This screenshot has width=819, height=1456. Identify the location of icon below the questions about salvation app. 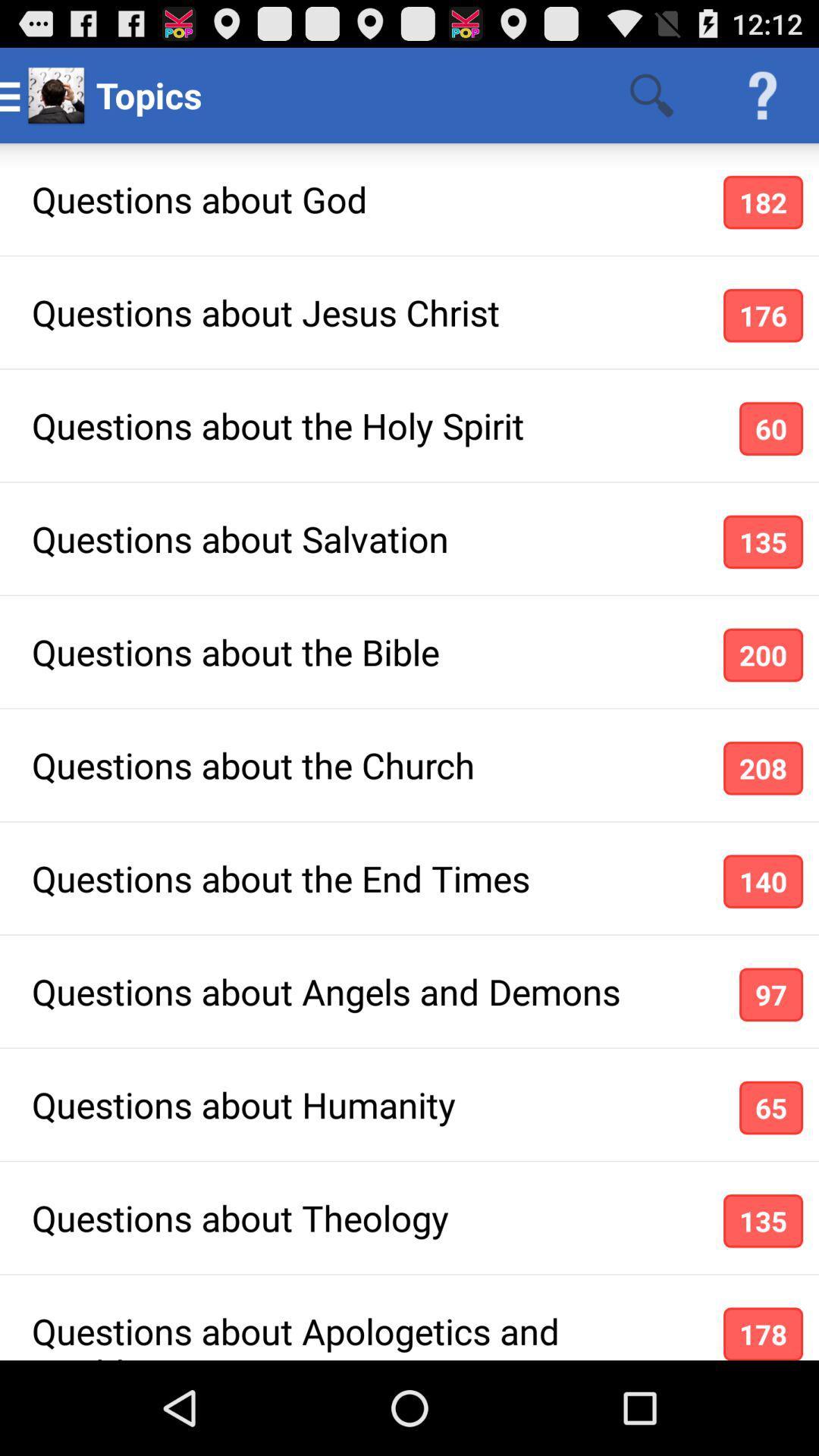
(763, 655).